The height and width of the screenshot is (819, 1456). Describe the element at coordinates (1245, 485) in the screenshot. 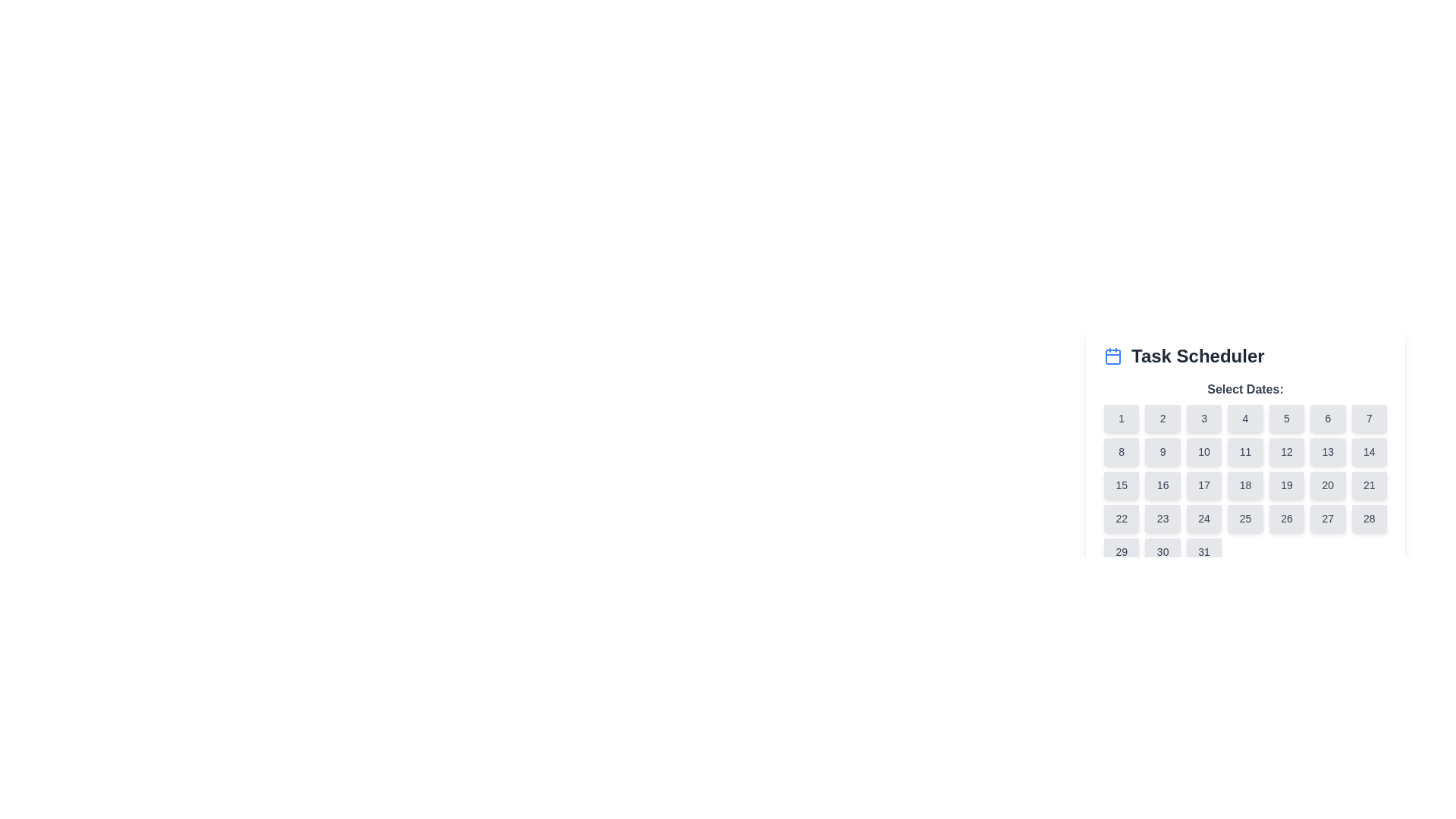

I see `the button displaying the number '18' in the Task Scheduler calendar interface` at that location.